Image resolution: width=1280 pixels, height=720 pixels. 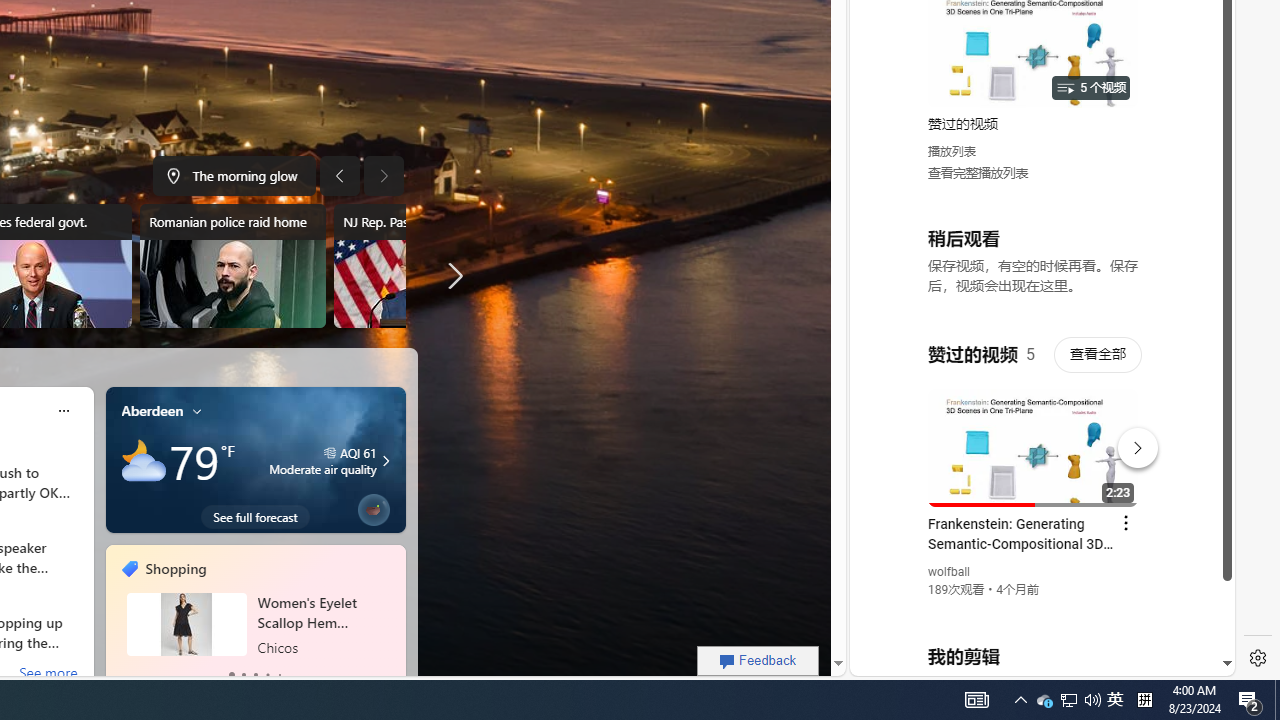 What do you see at coordinates (231, 675) in the screenshot?
I see `'tab-0'` at bounding box center [231, 675].